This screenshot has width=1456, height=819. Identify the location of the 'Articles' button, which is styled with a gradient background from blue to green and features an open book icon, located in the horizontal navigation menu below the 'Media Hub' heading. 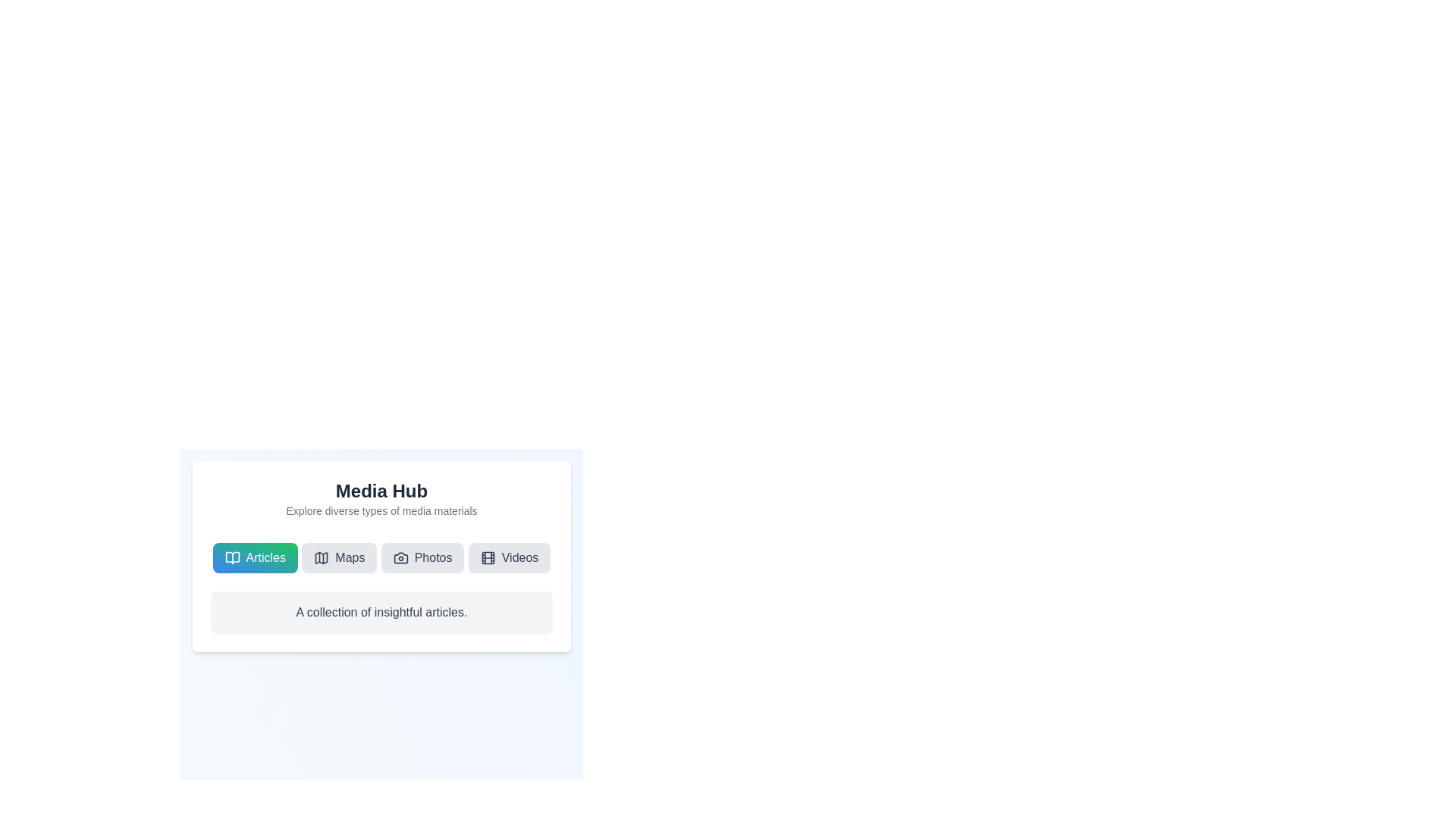
(255, 558).